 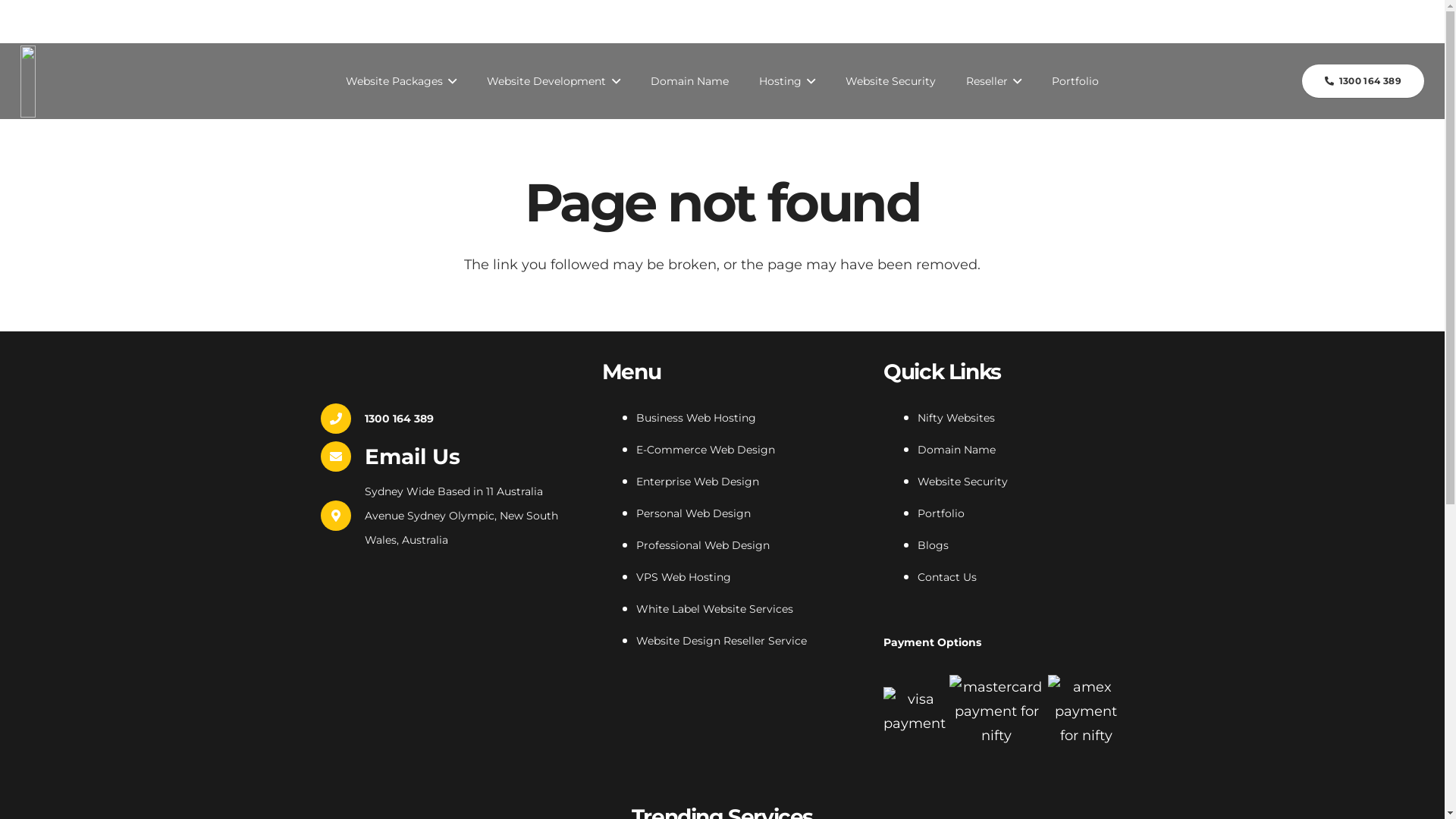 I want to click on 'E-Commerce Web Design', so click(x=704, y=449).